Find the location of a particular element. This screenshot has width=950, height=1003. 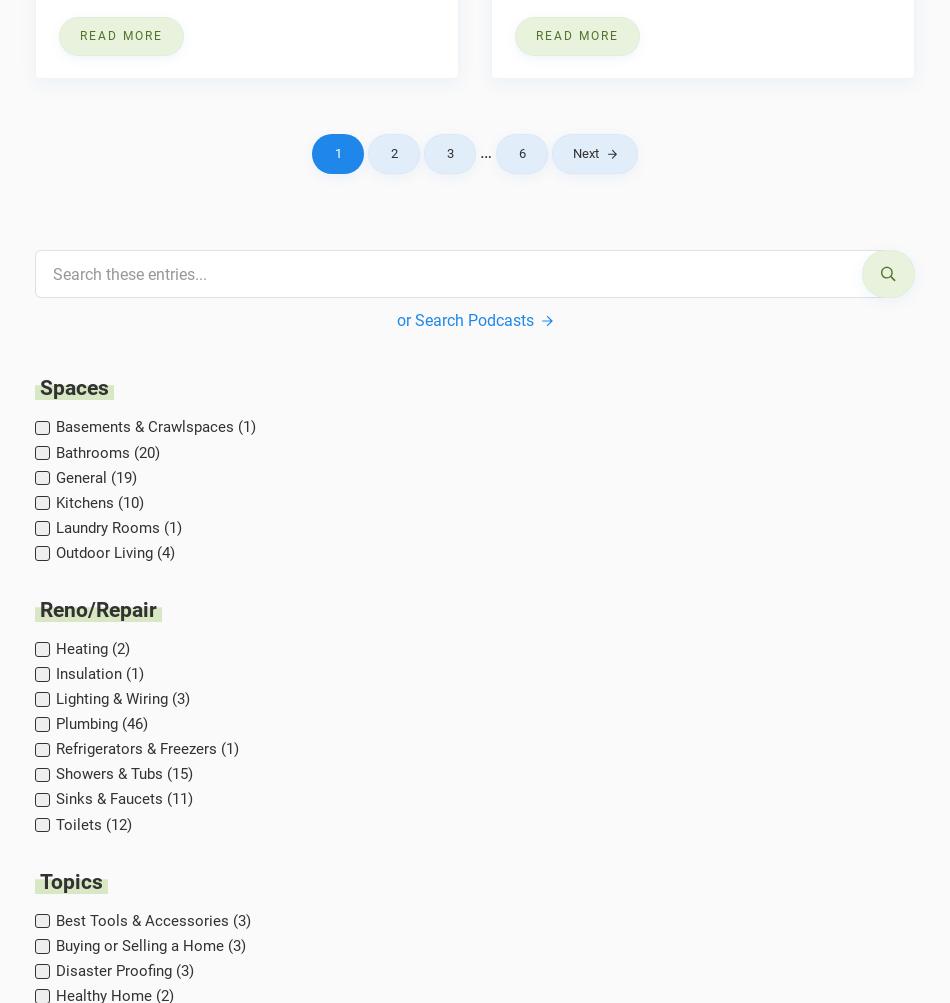

'or Search Podcasts' is located at coordinates (463, 319).